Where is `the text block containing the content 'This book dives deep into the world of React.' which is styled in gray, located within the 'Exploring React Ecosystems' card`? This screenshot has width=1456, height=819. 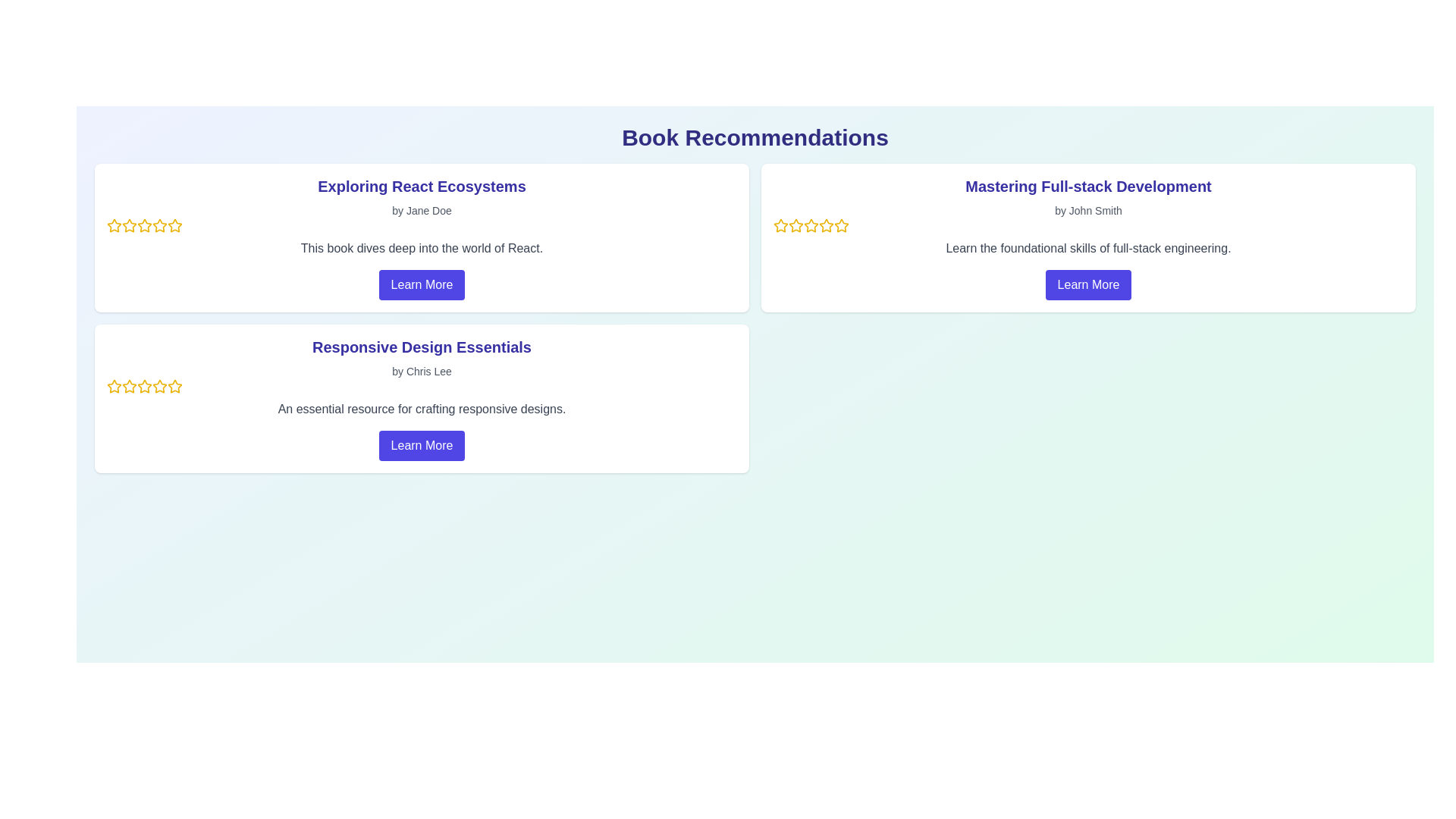
the text block containing the content 'This book dives deep into the world of React.' which is styled in gray, located within the 'Exploring React Ecosystems' card is located at coordinates (422, 247).